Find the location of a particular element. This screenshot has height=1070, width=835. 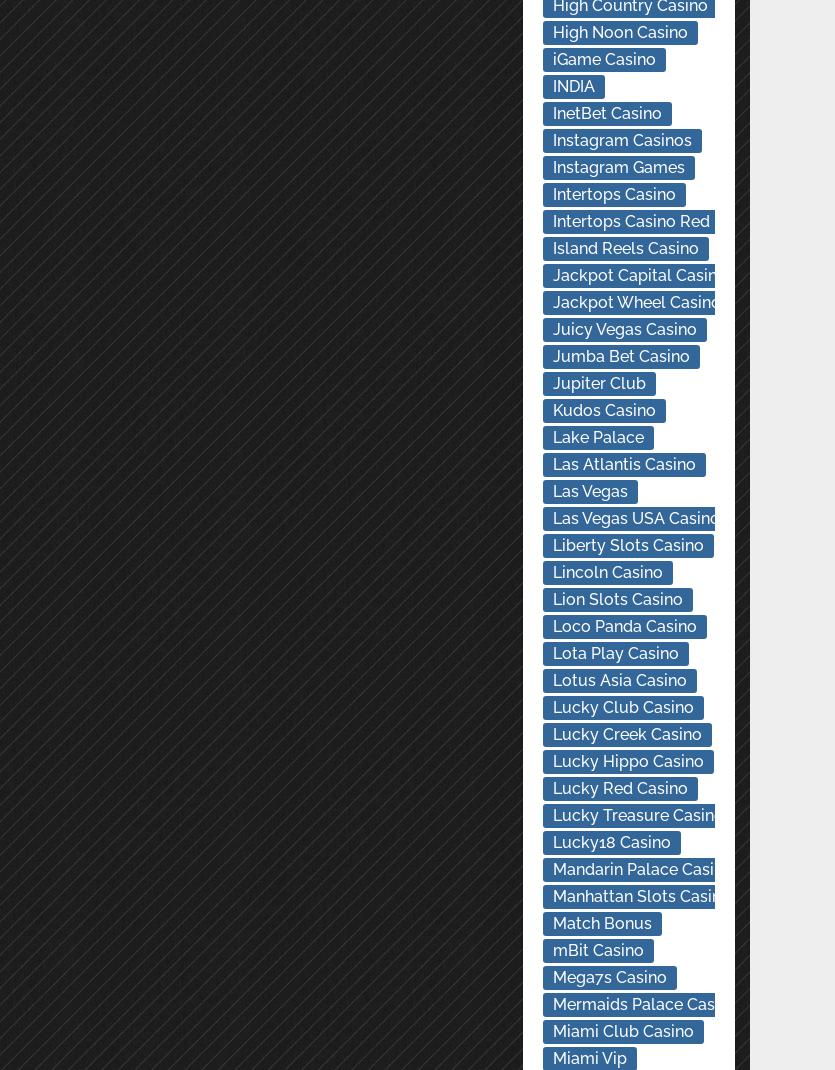

'Las Atlantis Casino' is located at coordinates (622, 464).